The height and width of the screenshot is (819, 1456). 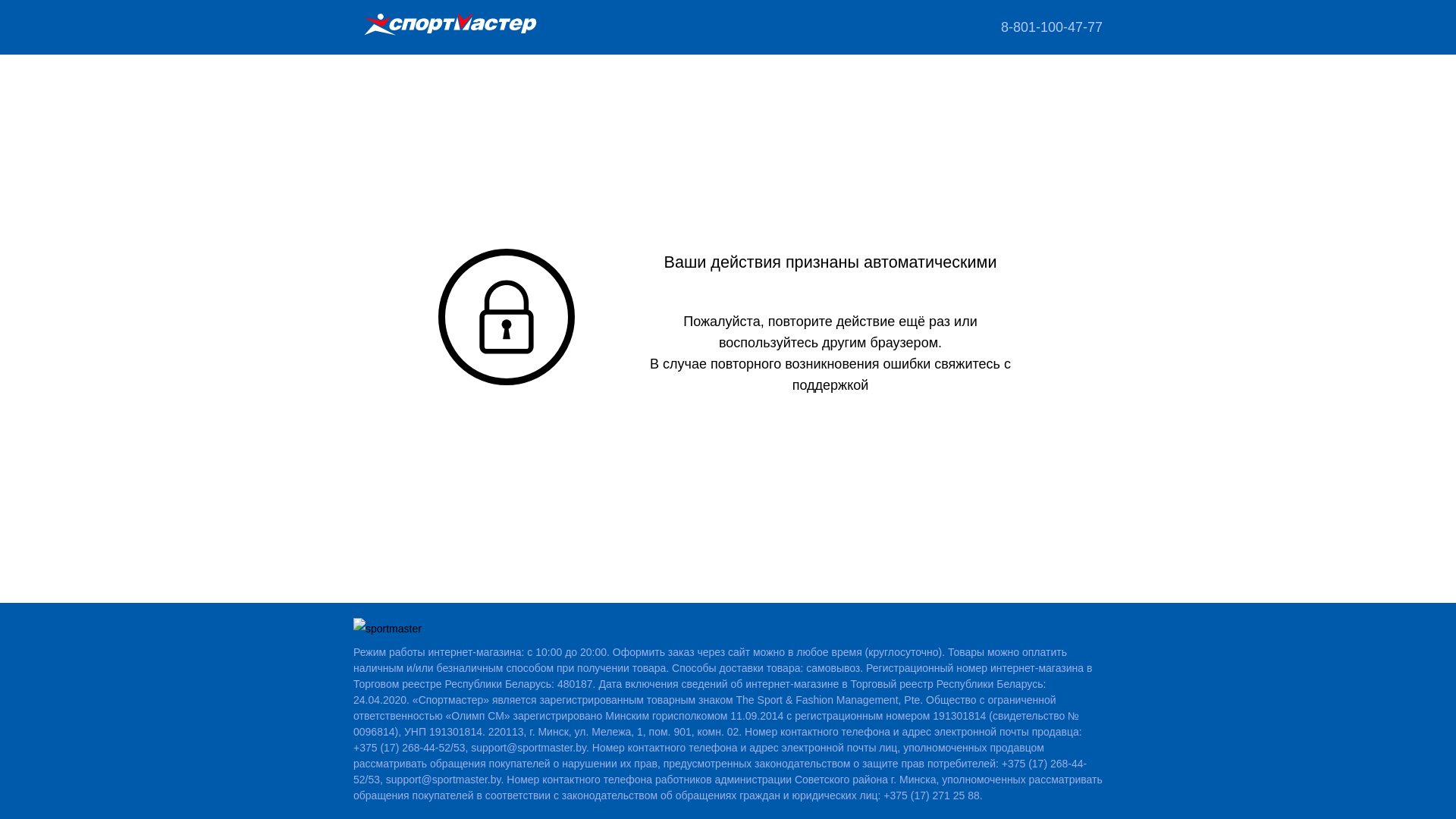 What do you see at coordinates (1051, 27) in the screenshot?
I see `'8-801-100-47-77'` at bounding box center [1051, 27].